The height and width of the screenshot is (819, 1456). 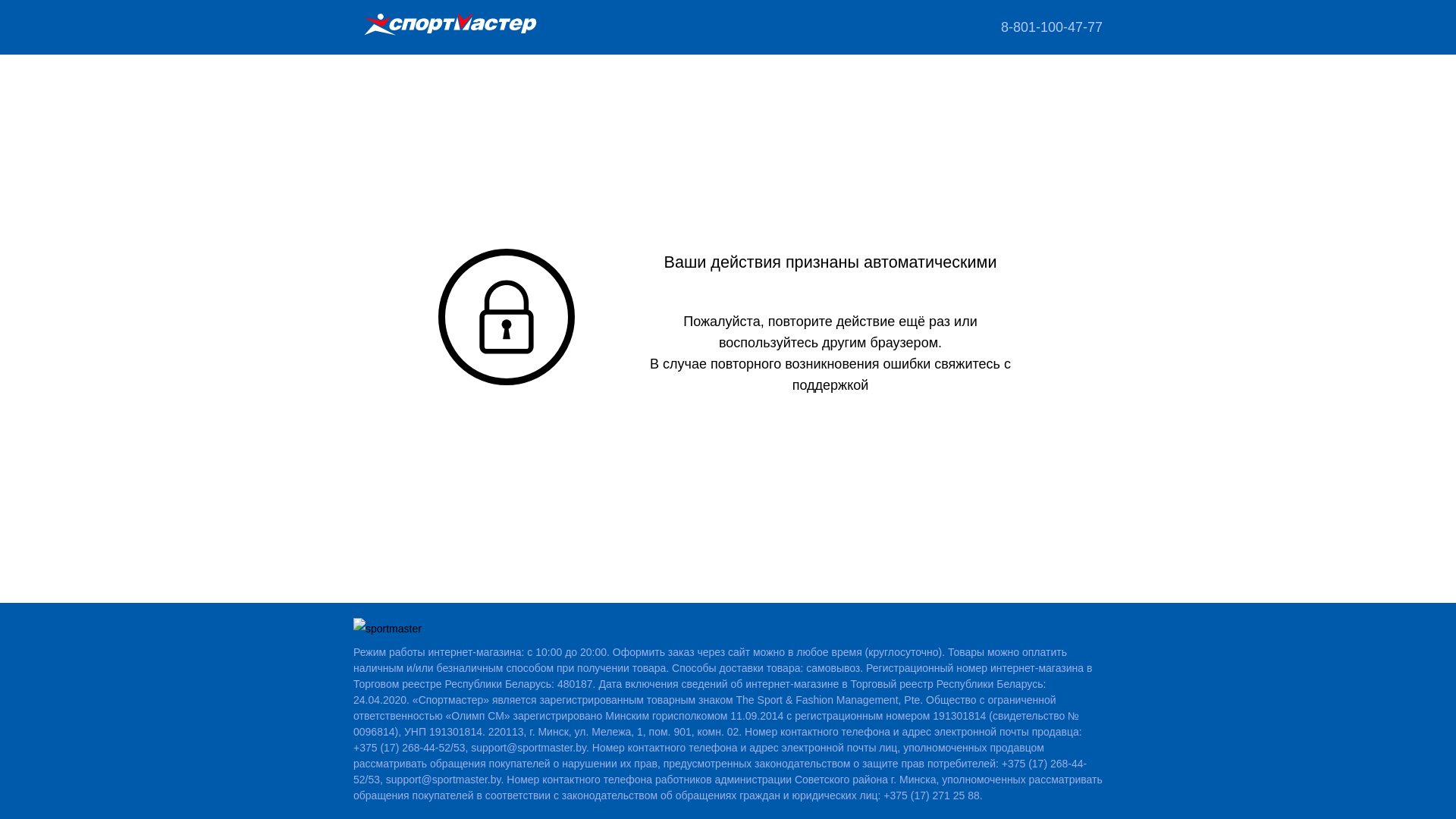 What do you see at coordinates (1051, 27) in the screenshot?
I see `'8-801-100-47-77'` at bounding box center [1051, 27].